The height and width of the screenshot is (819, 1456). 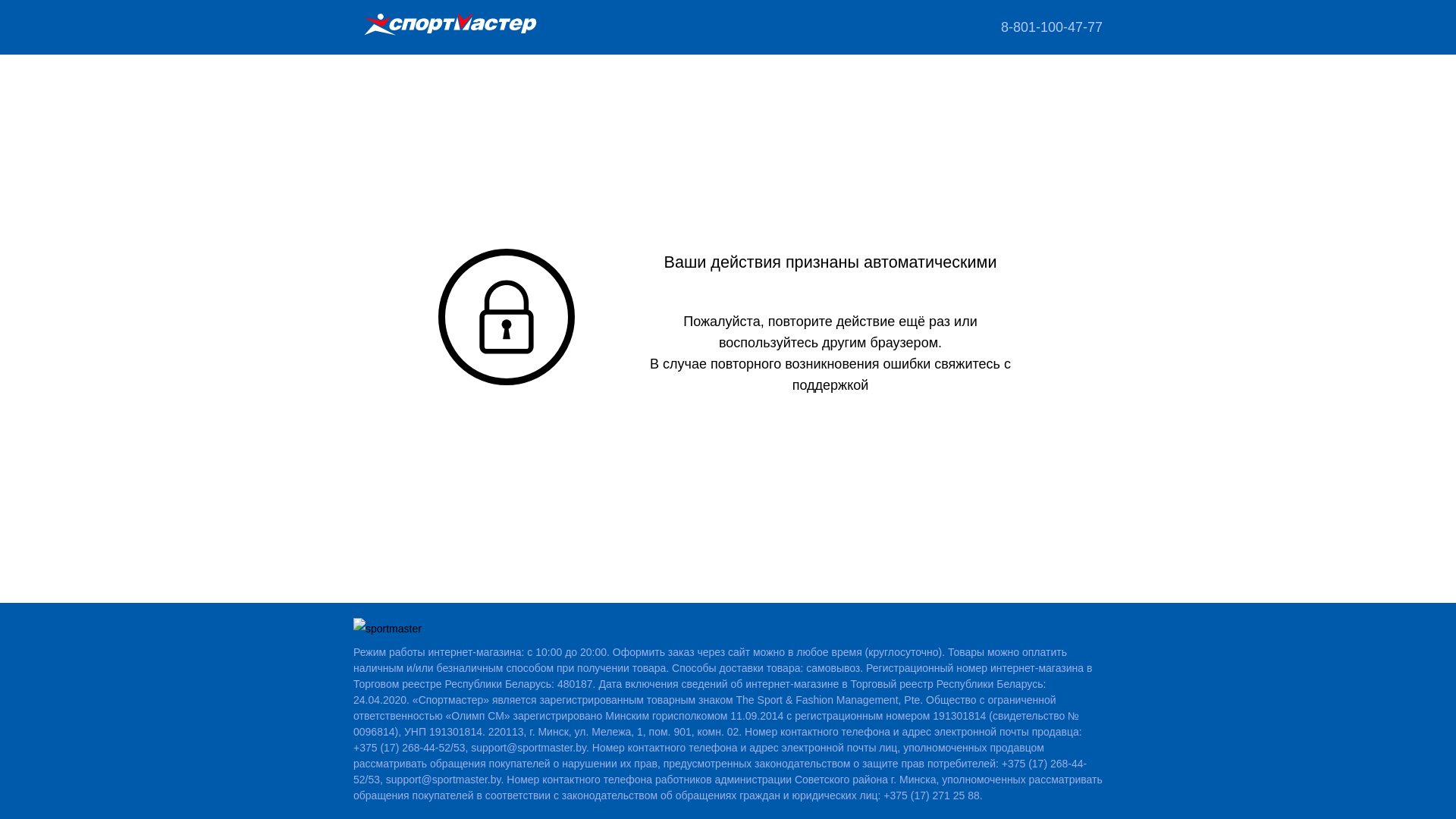 What do you see at coordinates (1051, 27) in the screenshot?
I see `'8-801-100-47-77'` at bounding box center [1051, 27].